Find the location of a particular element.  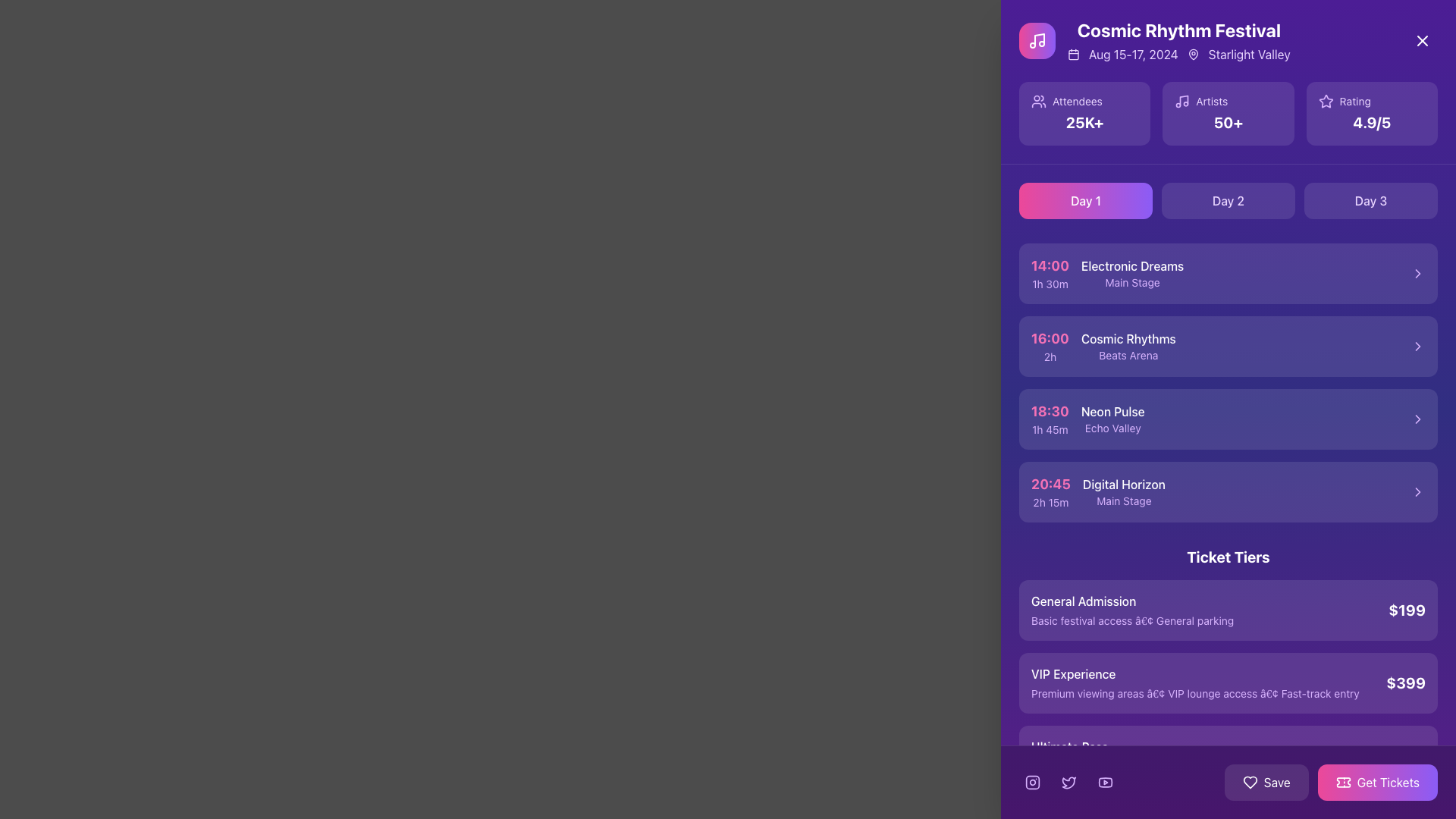

the text element styled in a small purple font that reads 'Artists', located in the purple-themed section under the 'Cosmic Rhythm Festival' header is located at coordinates (1211, 102).